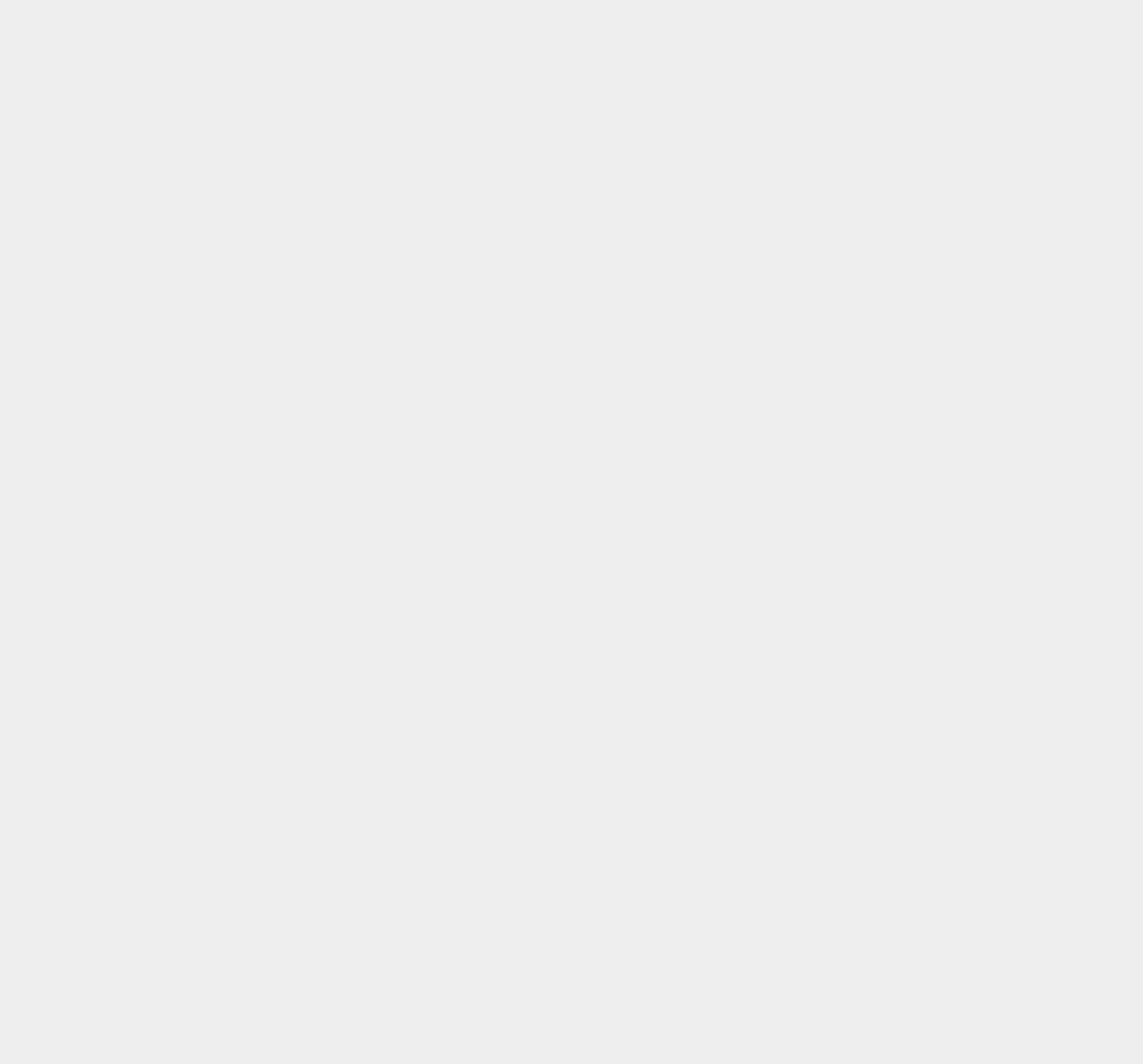  Describe the element at coordinates (872, 53) in the screenshot. I see `'Windows Phone SDK'` at that location.